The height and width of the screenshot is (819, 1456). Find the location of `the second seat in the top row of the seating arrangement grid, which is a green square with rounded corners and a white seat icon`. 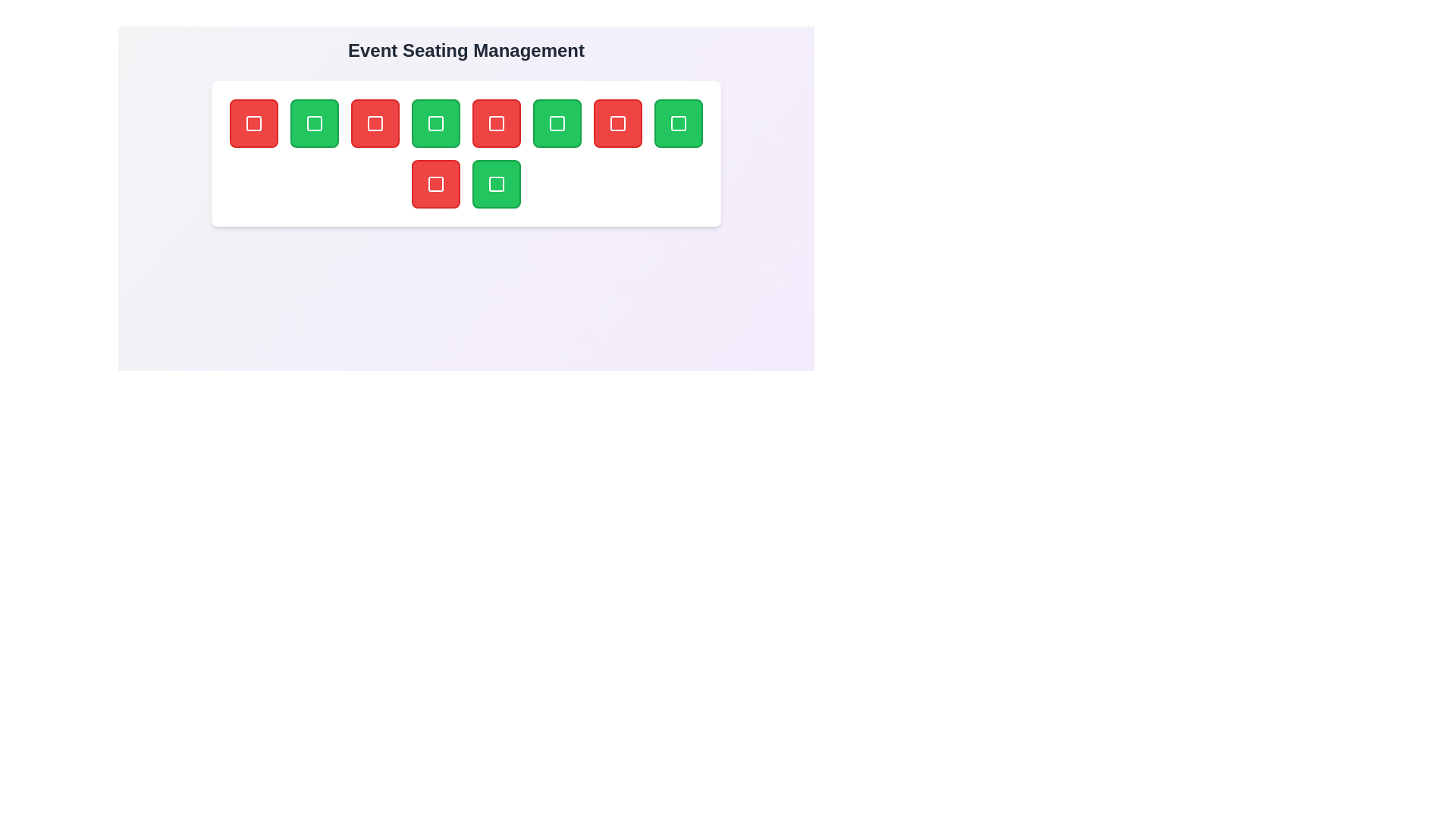

the second seat in the top row of the seating arrangement grid, which is a green square with rounded corners and a white seat icon is located at coordinates (313, 122).